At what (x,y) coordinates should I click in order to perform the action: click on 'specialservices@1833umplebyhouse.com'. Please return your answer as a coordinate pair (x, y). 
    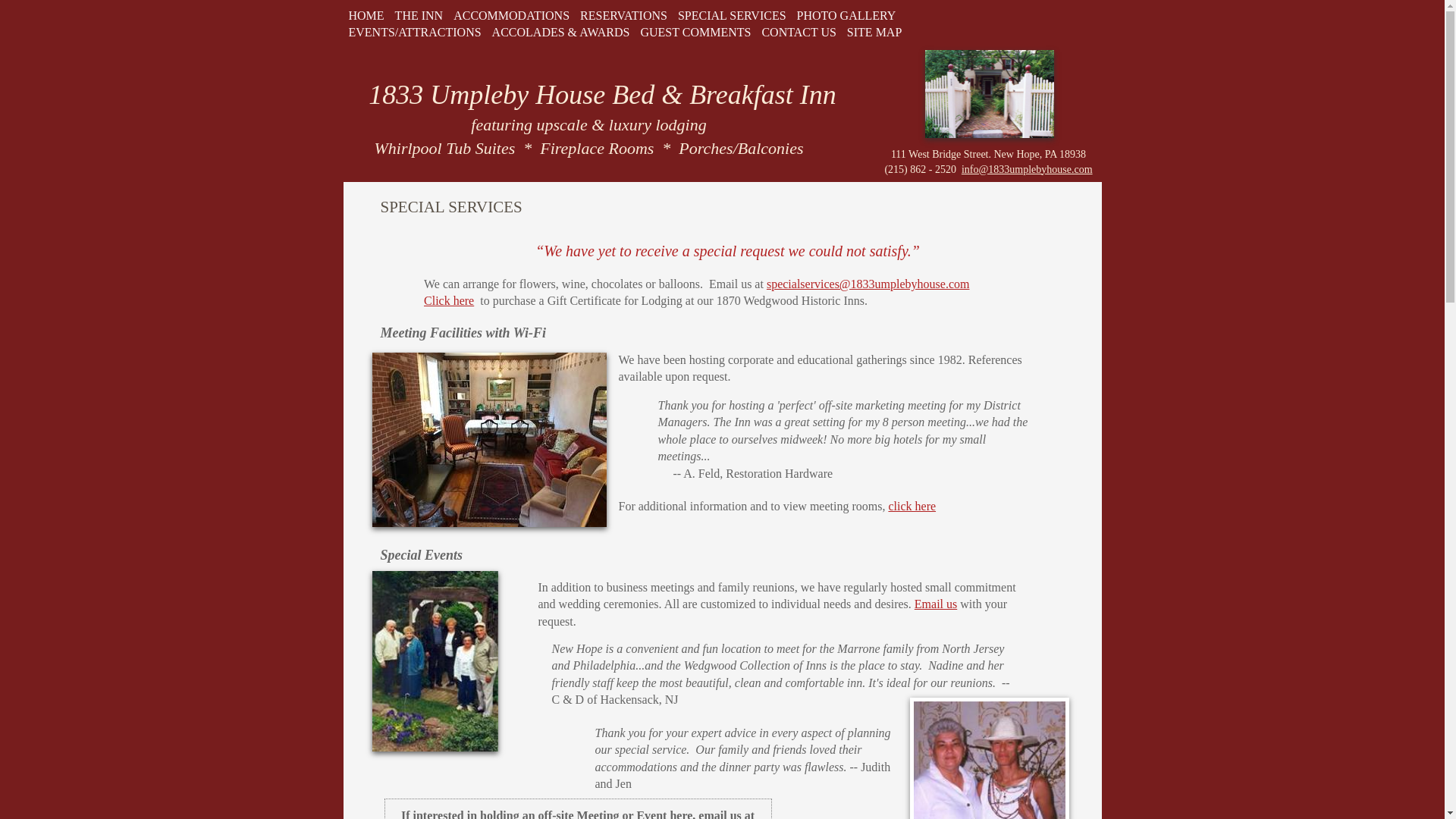
    Looking at the image, I should click on (868, 284).